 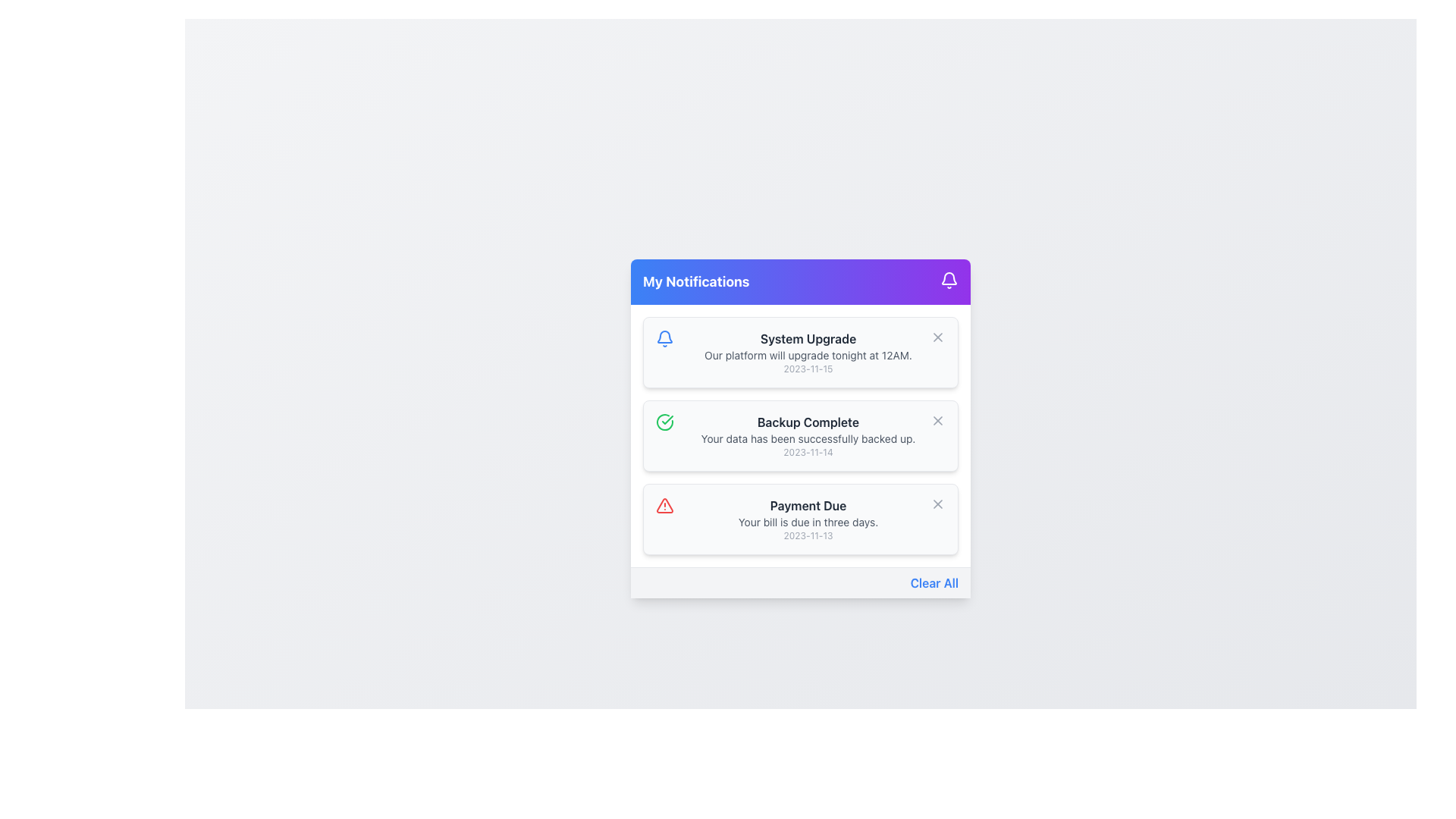 I want to click on the information provided in the Text-based Notification Block that informs the user about the successful completion of a backup operation, so click(x=807, y=435).